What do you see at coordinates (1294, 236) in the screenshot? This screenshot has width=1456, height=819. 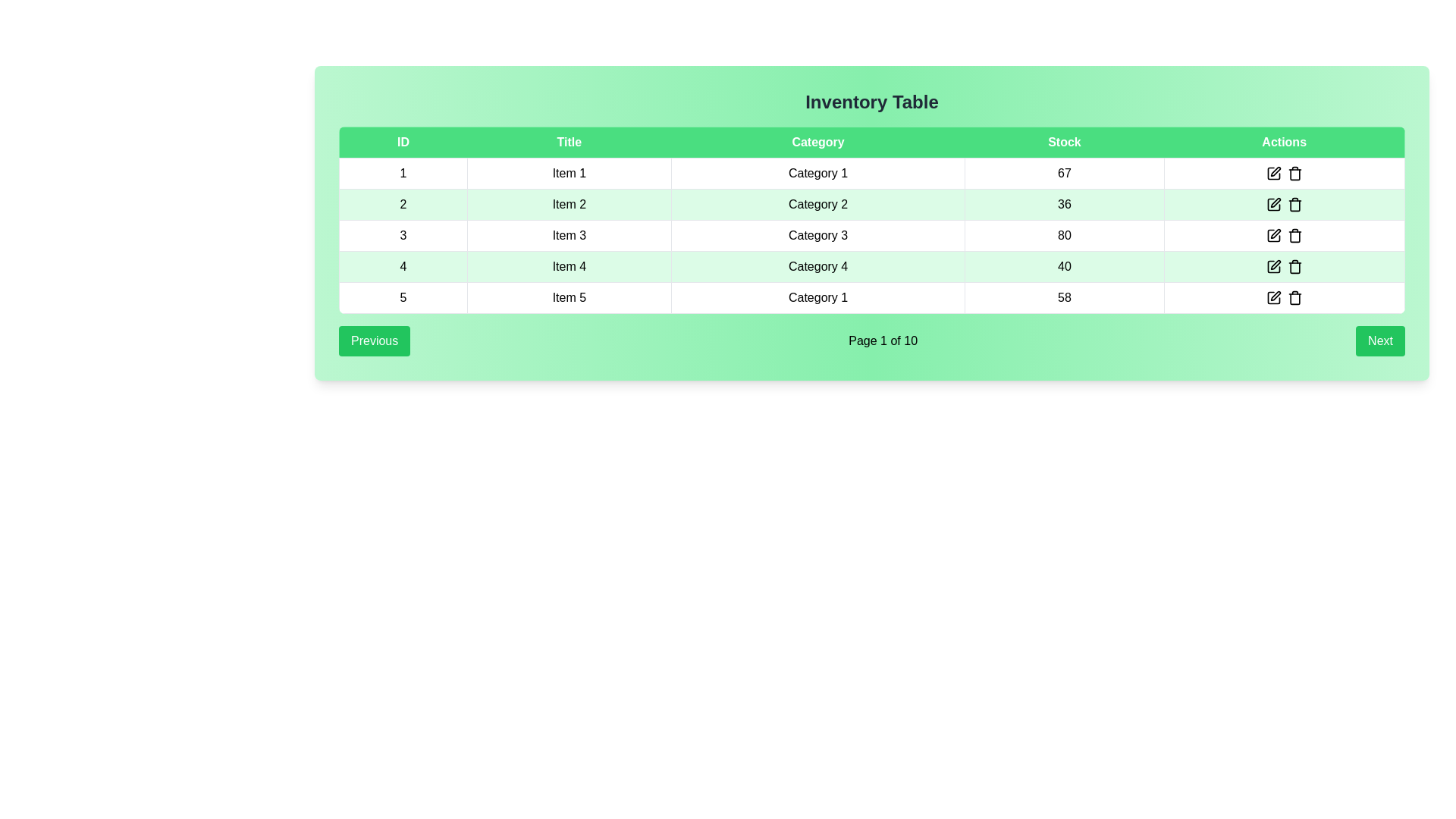 I see `the delete button icon located in the 'Actions' column of the row corresponding to the item with 'Stock' value of '80'` at bounding box center [1294, 236].